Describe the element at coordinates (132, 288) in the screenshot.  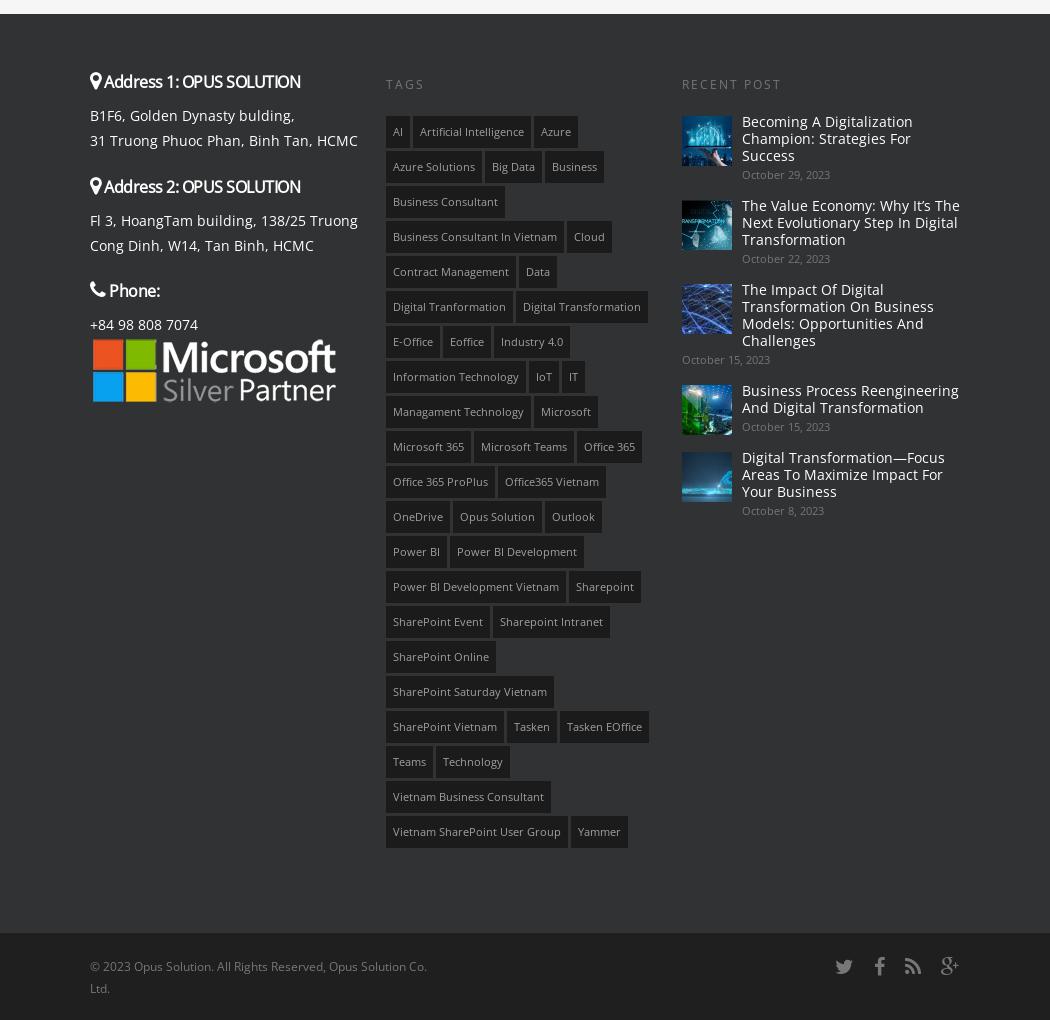
I see `'Phone:'` at that location.